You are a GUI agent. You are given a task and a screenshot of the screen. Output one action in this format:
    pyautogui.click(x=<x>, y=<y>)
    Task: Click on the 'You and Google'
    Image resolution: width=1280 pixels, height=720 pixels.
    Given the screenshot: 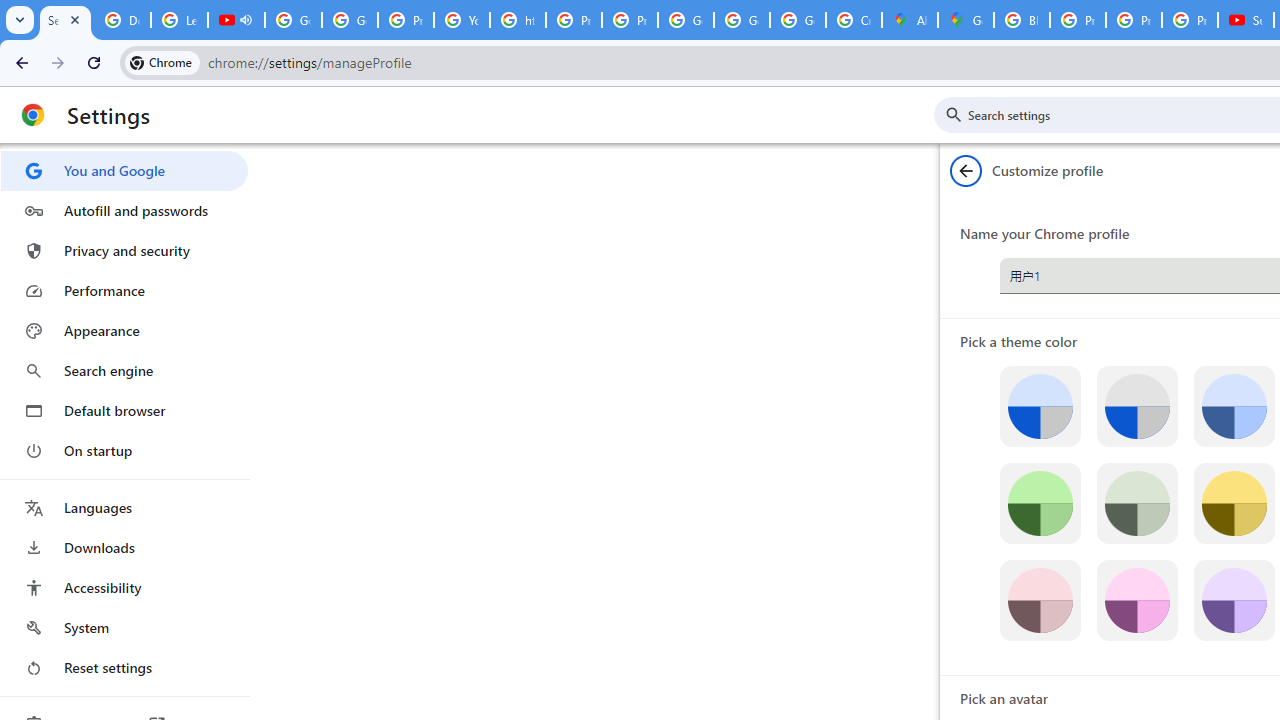 What is the action you would take?
    pyautogui.click(x=123, y=170)
    